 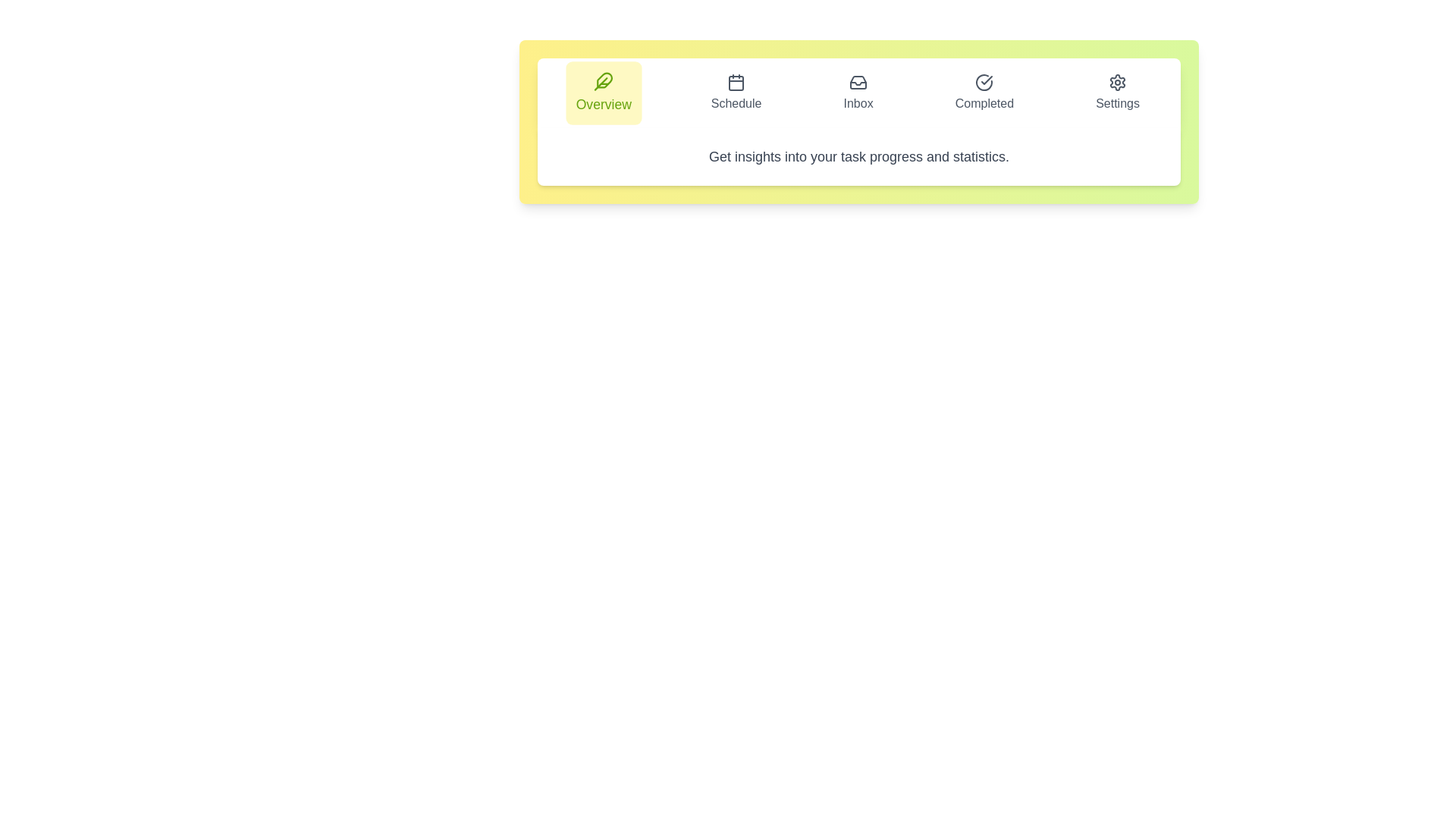 I want to click on the tab labeled Schedule, so click(x=736, y=93).